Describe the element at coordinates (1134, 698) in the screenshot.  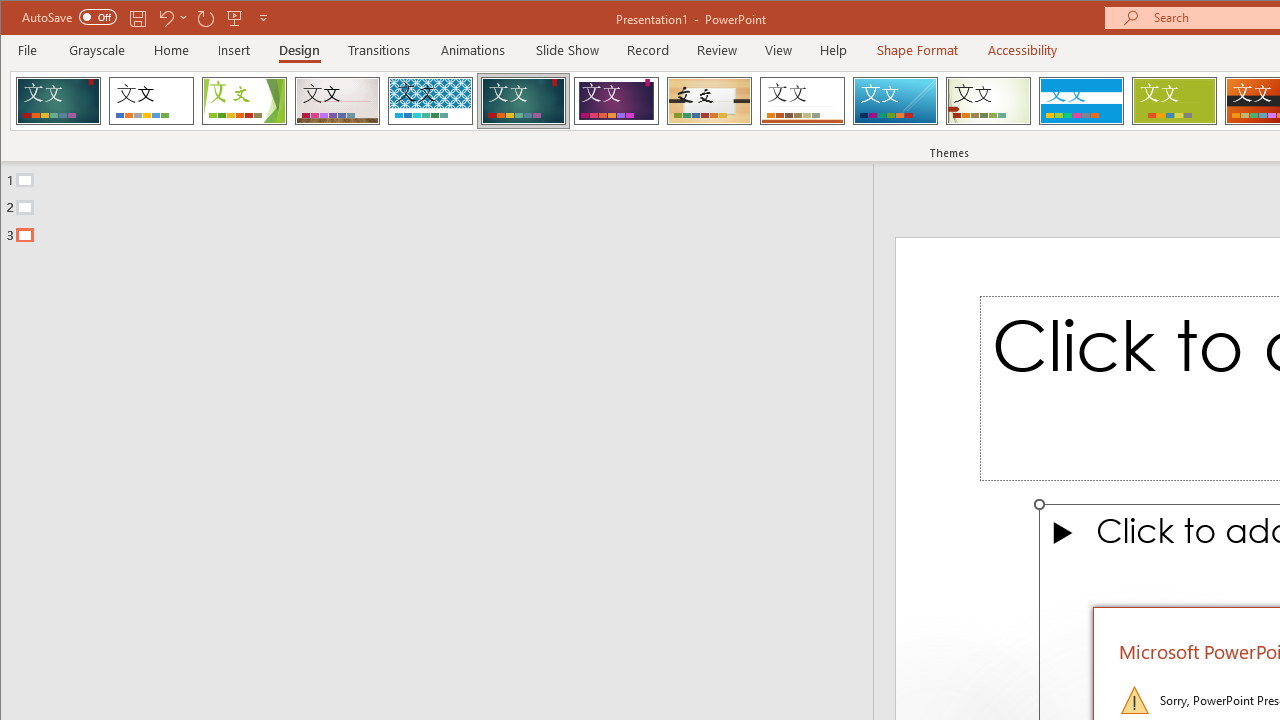
I see `'Warning Icon'` at that location.